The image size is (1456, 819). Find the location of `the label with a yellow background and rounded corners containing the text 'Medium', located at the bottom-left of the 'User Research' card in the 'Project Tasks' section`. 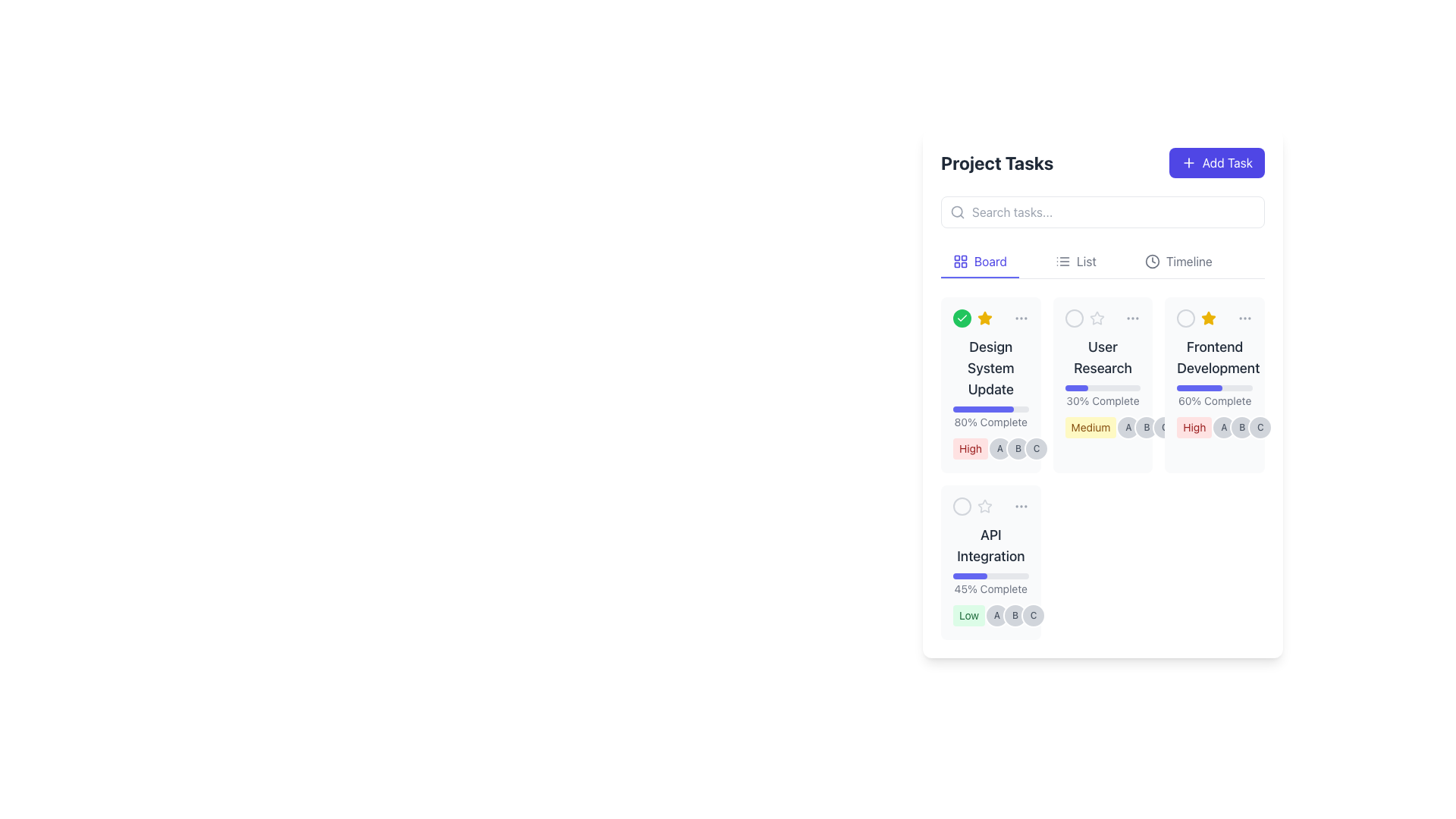

the label with a yellow background and rounded corners containing the text 'Medium', located at the bottom-left of the 'User Research' card in the 'Project Tasks' section is located at coordinates (1103, 427).